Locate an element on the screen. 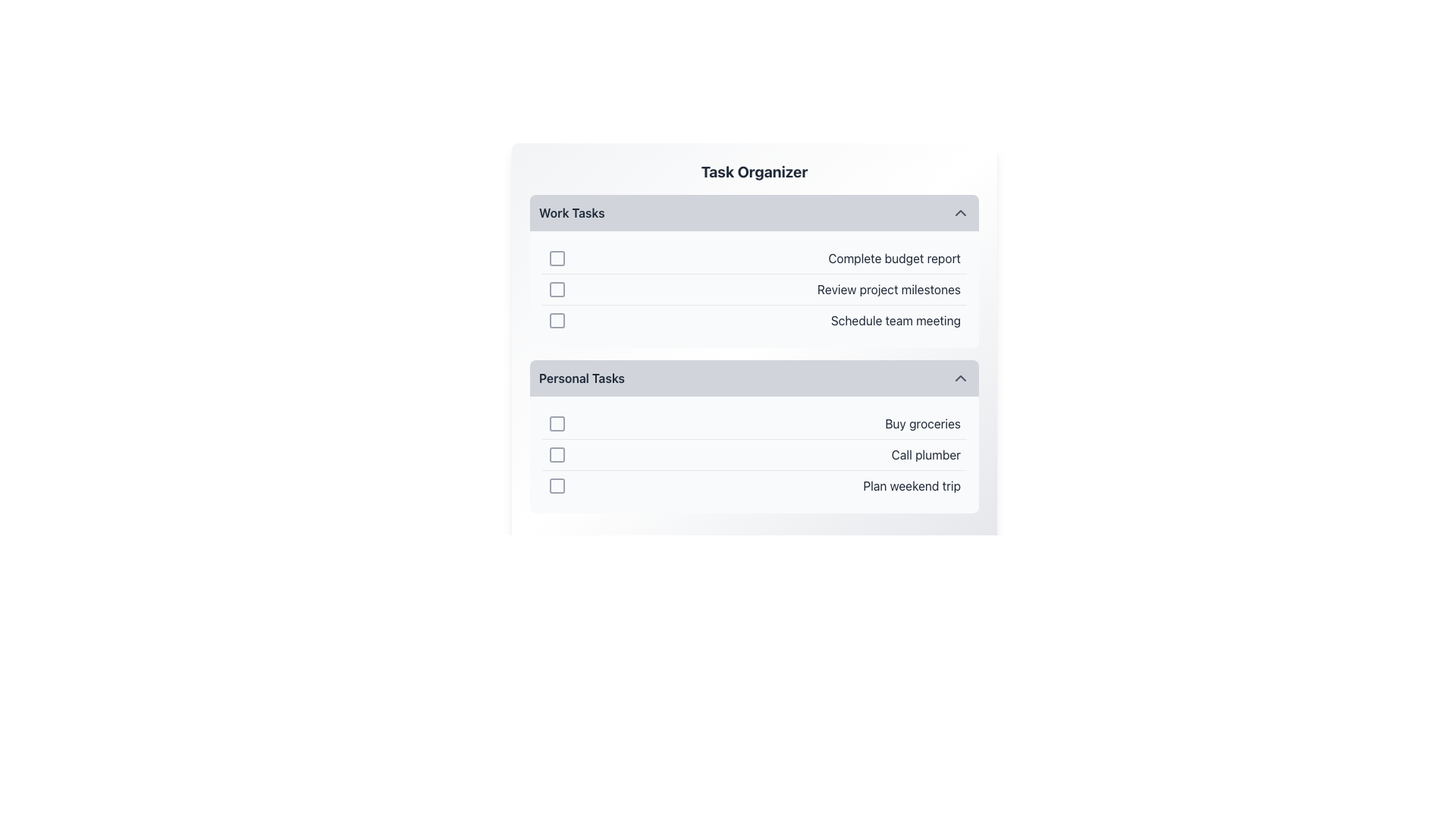 Image resolution: width=1456 pixels, height=819 pixels. the checklist item for 'Plan weekend trip' is located at coordinates (754, 485).